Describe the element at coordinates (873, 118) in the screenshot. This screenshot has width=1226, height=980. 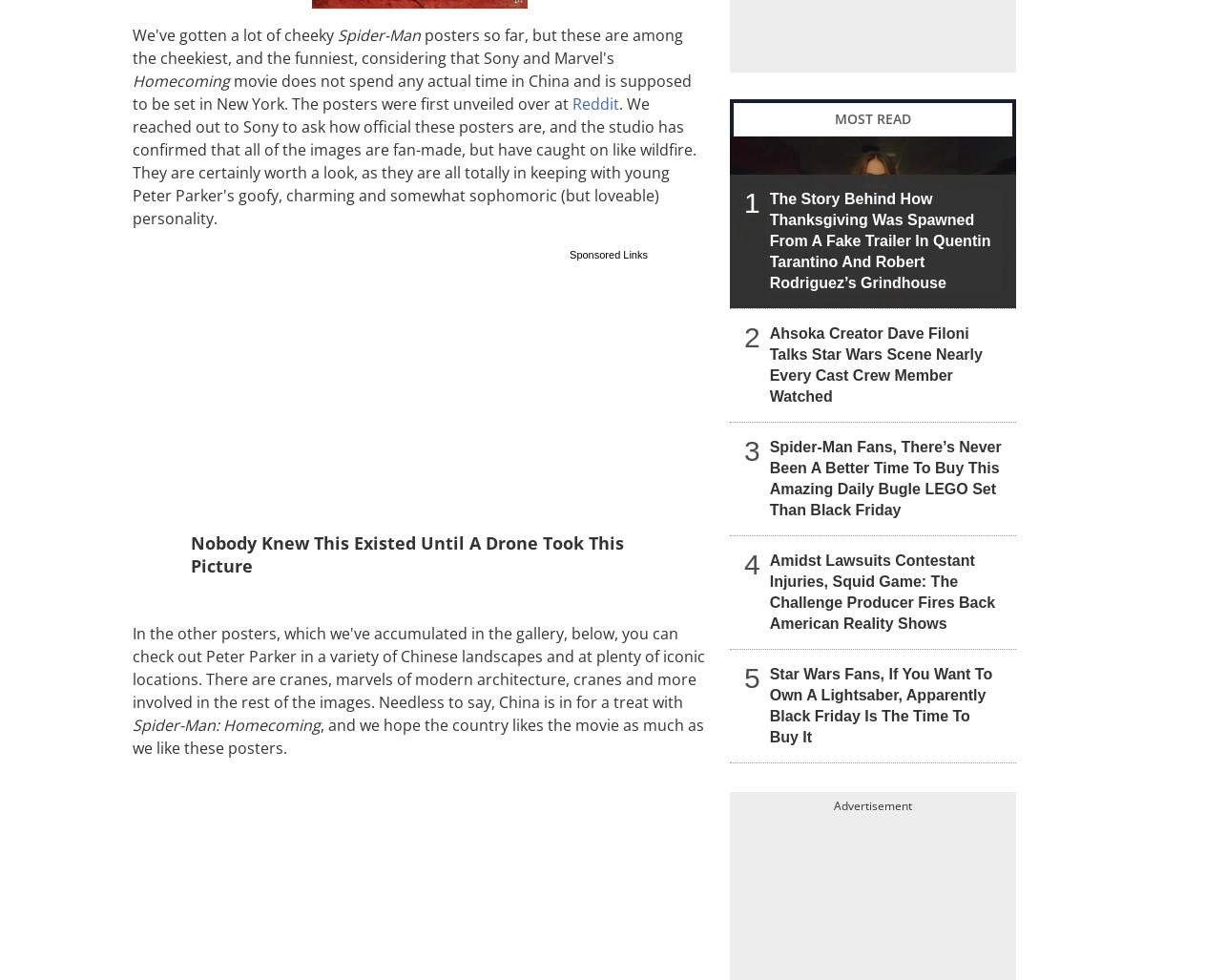
I see `'MOST READ'` at that location.